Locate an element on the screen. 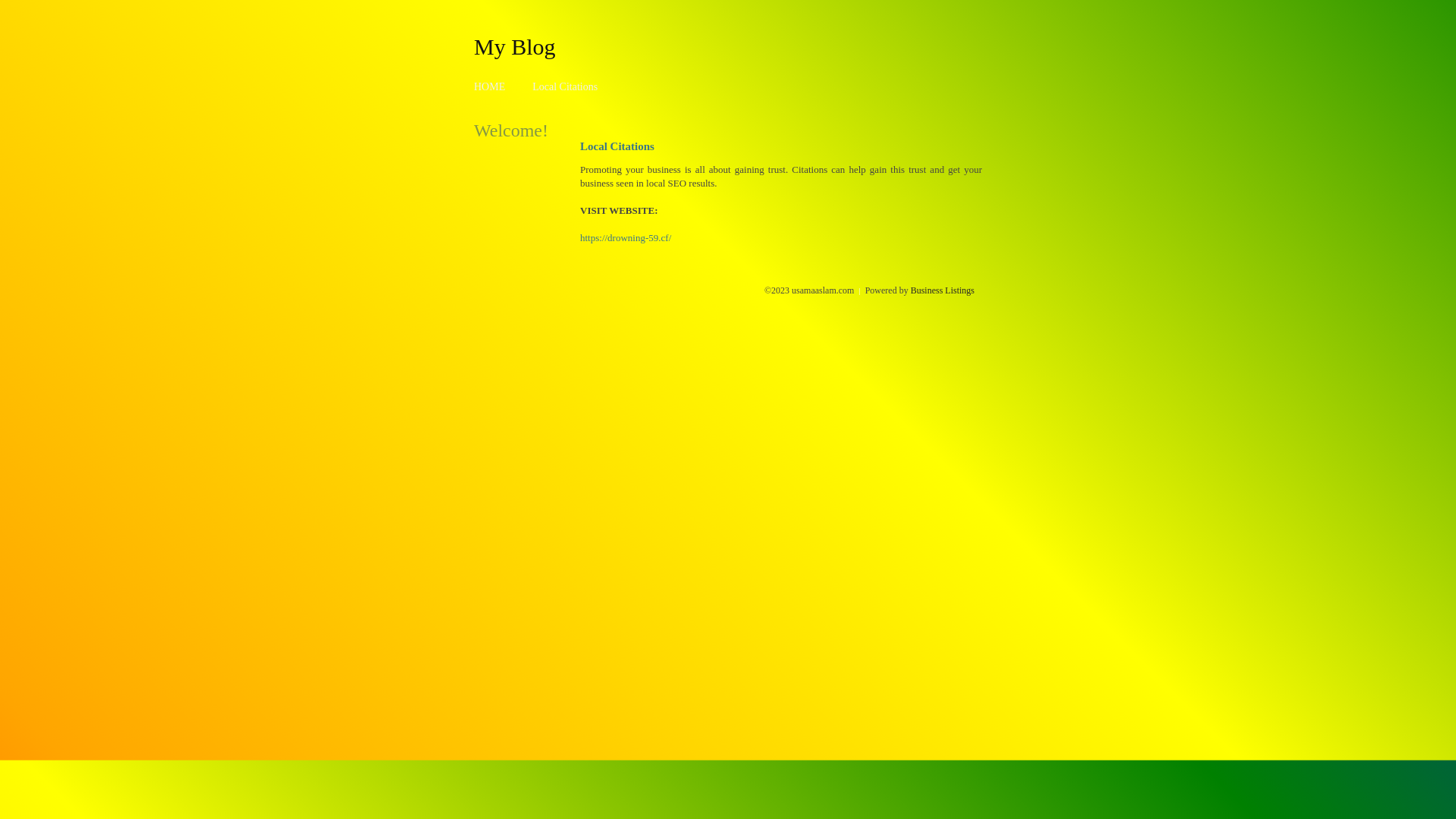  'https://drowning-59.cf/' is located at coordinates (626, 237).